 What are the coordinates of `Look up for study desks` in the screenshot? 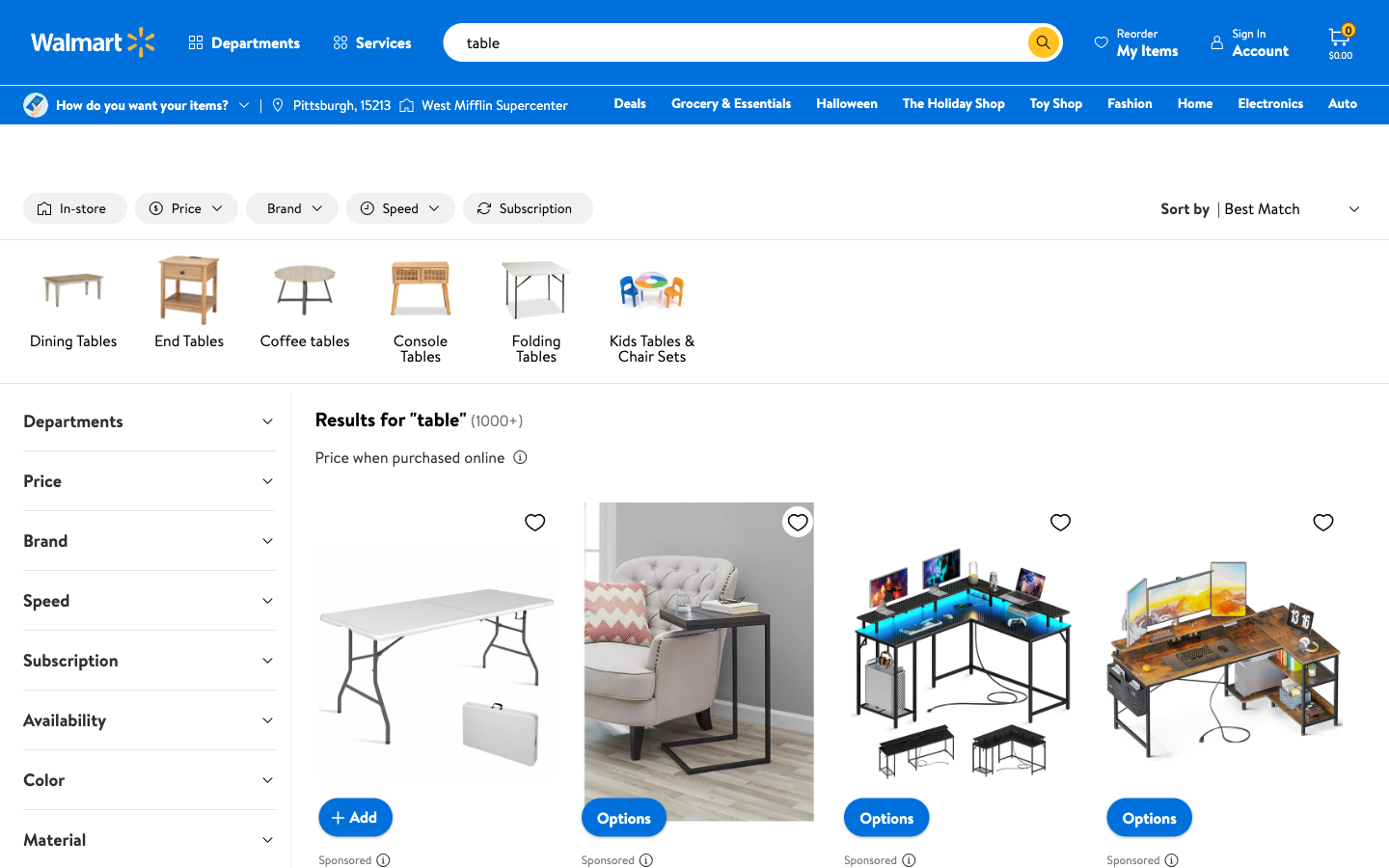 It's located at (1013, 41).